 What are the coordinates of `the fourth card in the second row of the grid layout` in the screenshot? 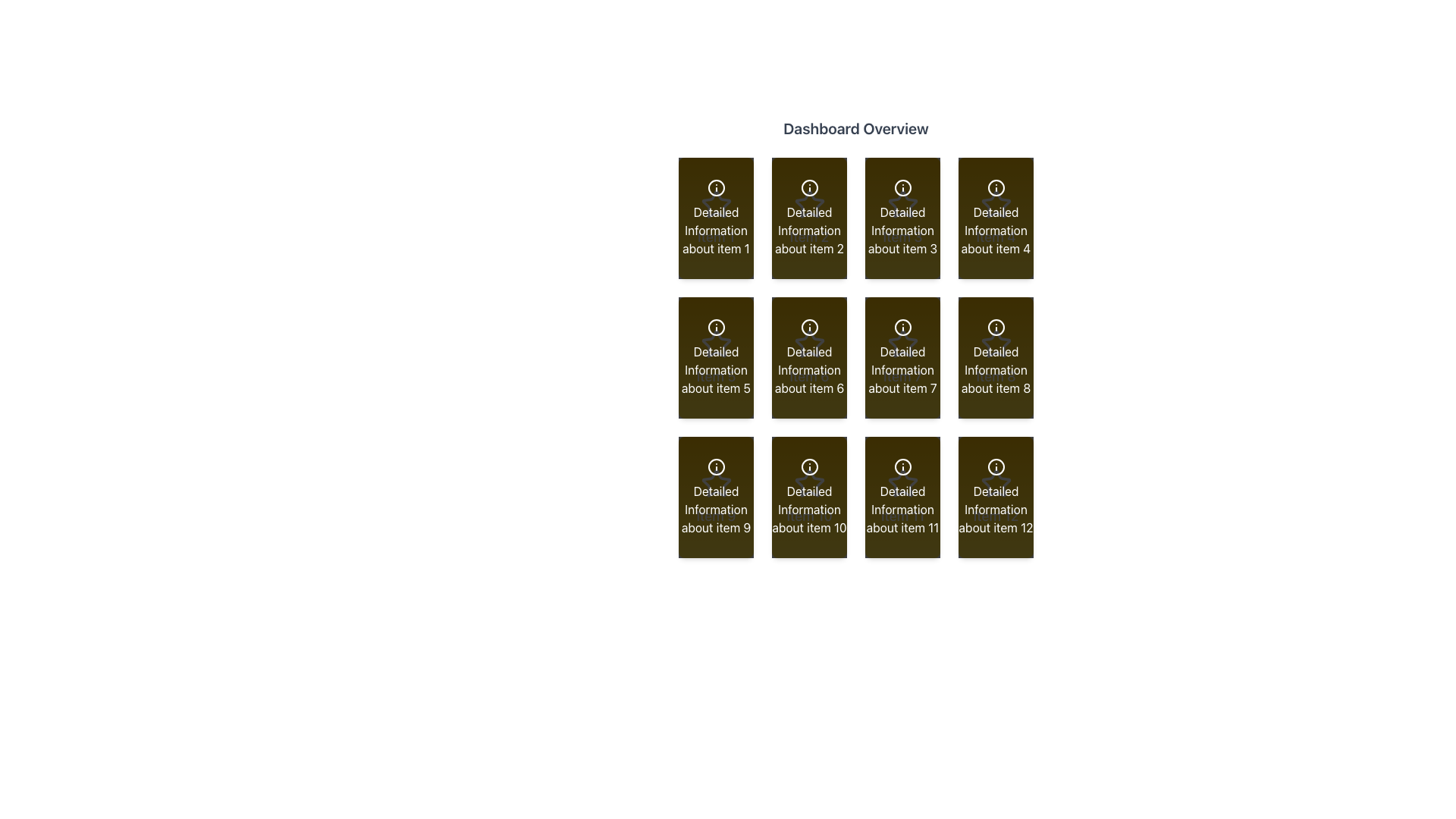 It's located at (996, 357).